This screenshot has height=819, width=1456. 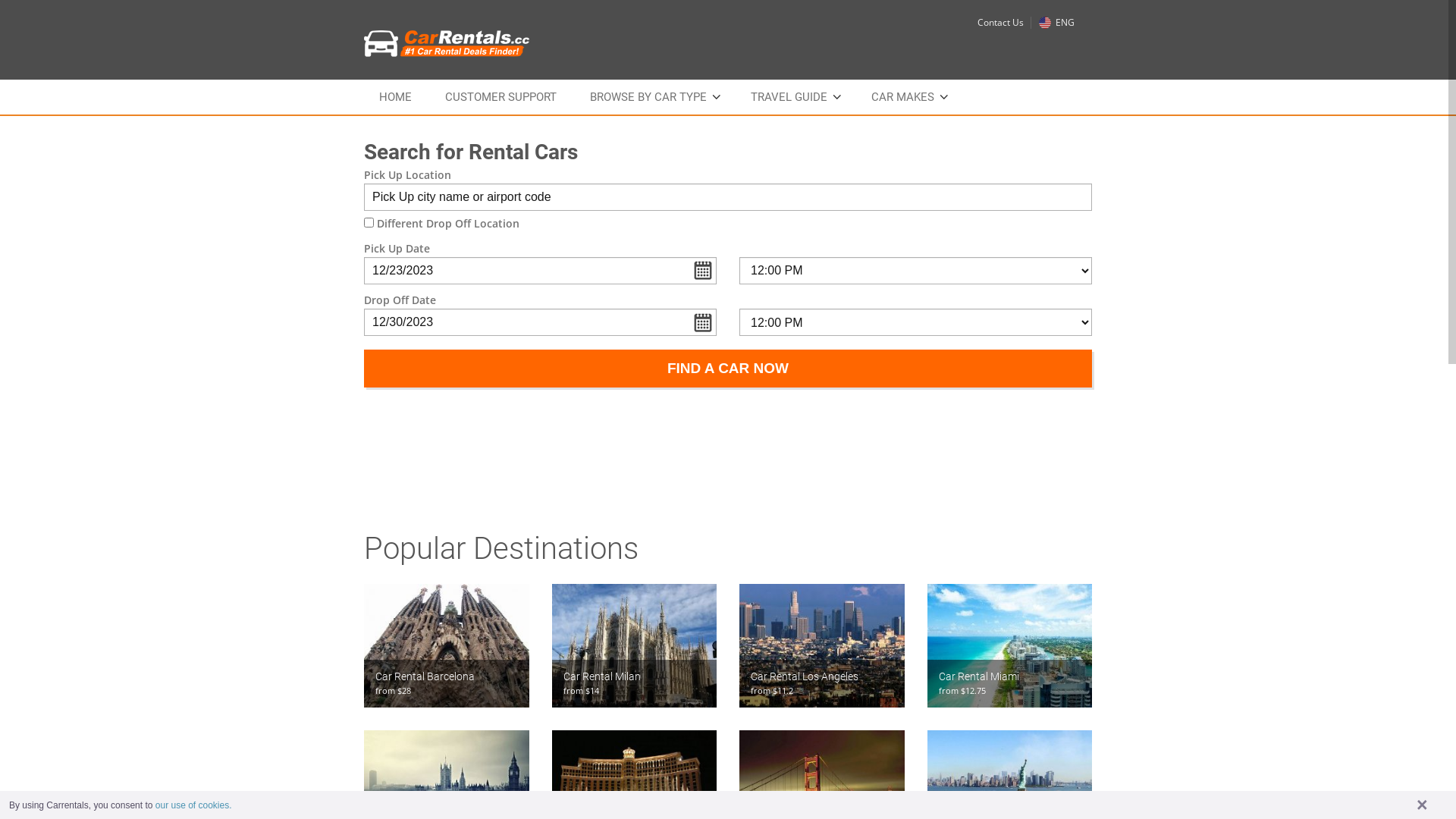 What do you see at coordinates (1043, 23) in the screenshot?
I see `'en'` at bounding box center [1043, 23].